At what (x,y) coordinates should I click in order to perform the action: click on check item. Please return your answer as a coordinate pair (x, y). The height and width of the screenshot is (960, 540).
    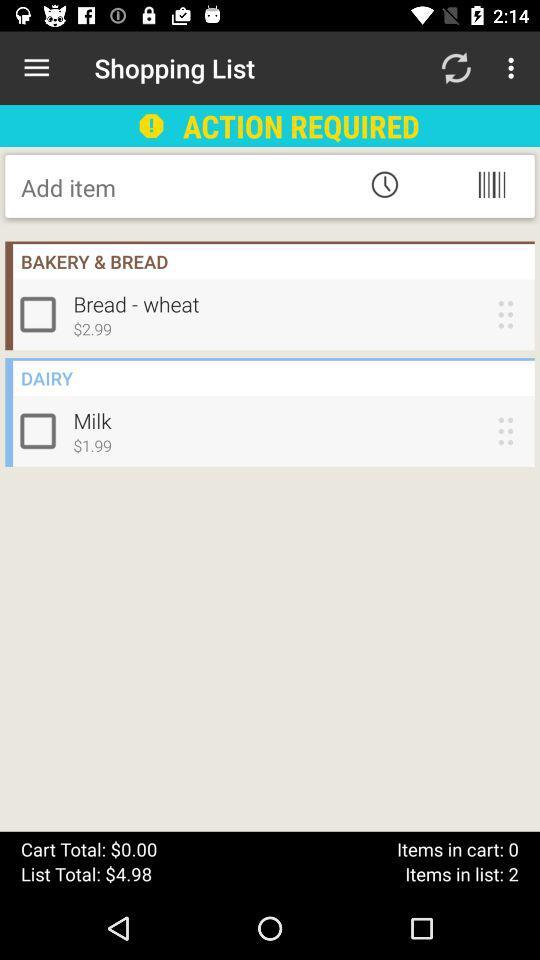
    Looking at the image, I should click on (42, 314).